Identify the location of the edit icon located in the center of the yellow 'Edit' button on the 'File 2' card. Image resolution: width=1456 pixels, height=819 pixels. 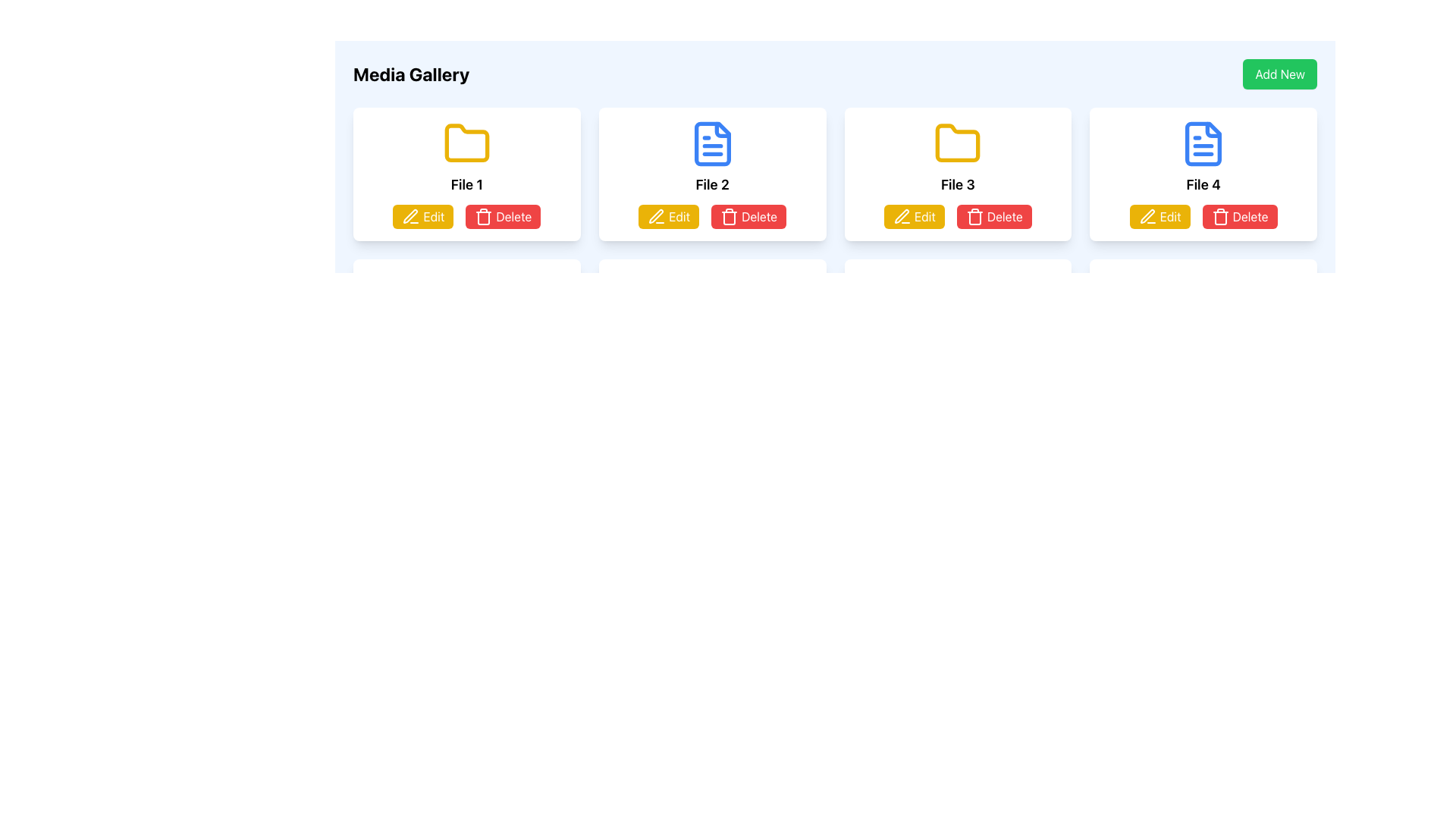
(657, 216).